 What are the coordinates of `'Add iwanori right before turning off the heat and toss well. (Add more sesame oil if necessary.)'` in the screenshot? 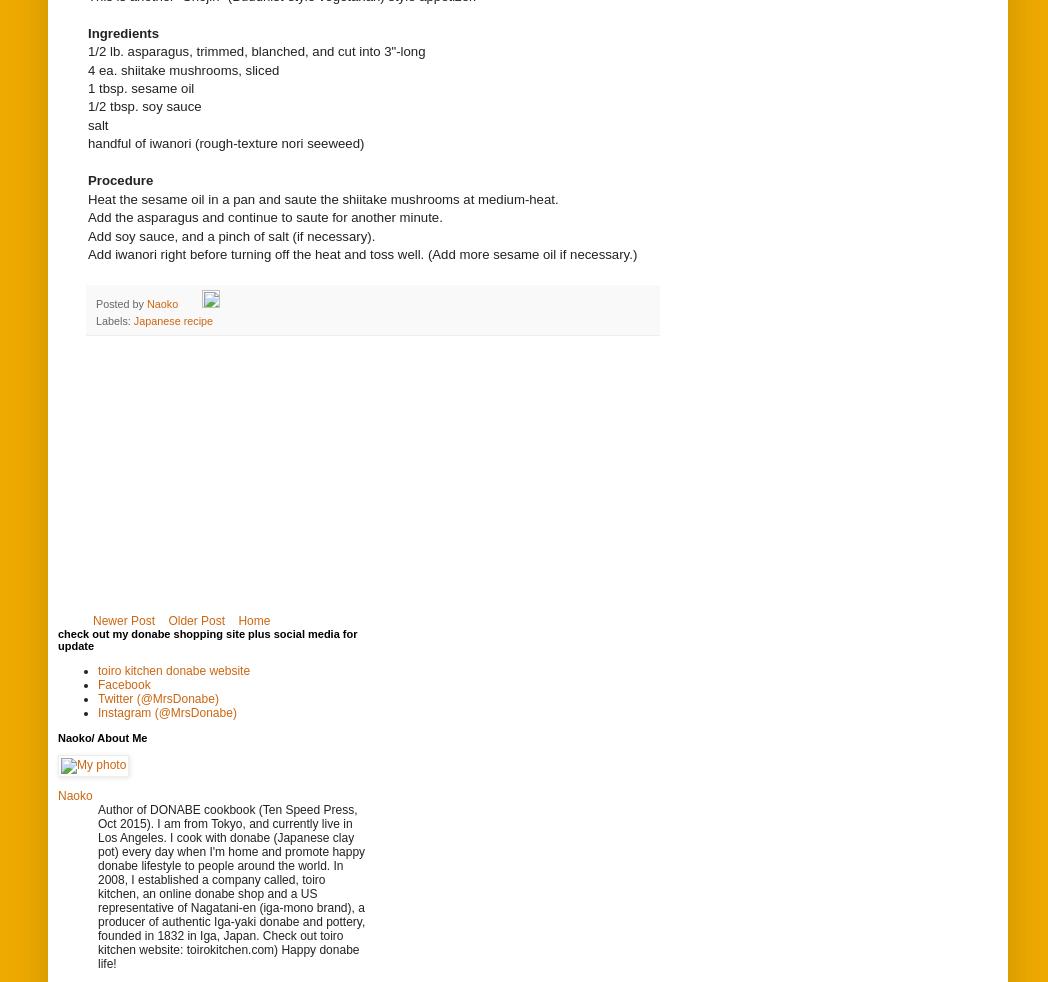 It's located at (361, 254).